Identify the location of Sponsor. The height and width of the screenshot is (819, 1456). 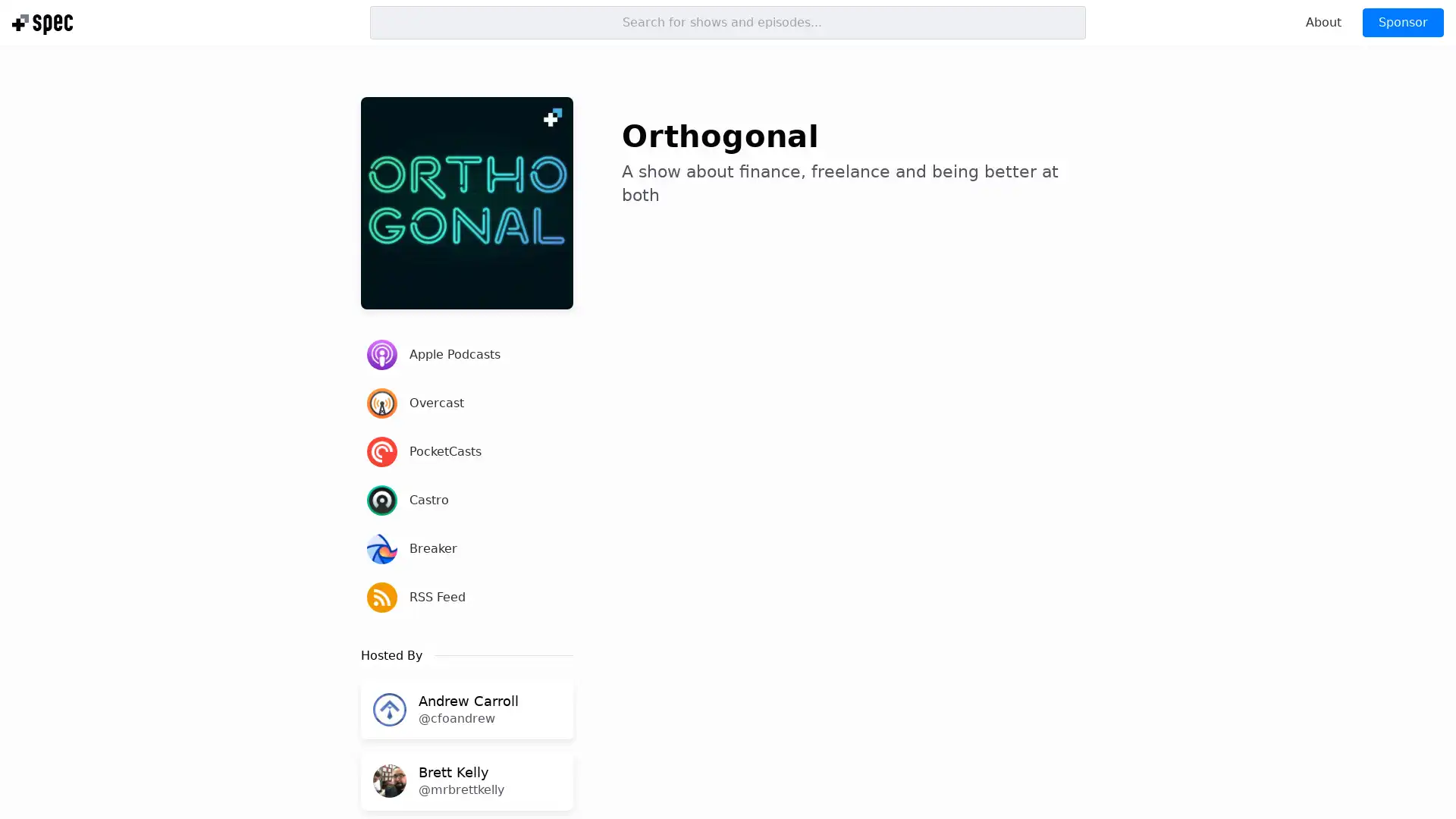
(1402, 29).